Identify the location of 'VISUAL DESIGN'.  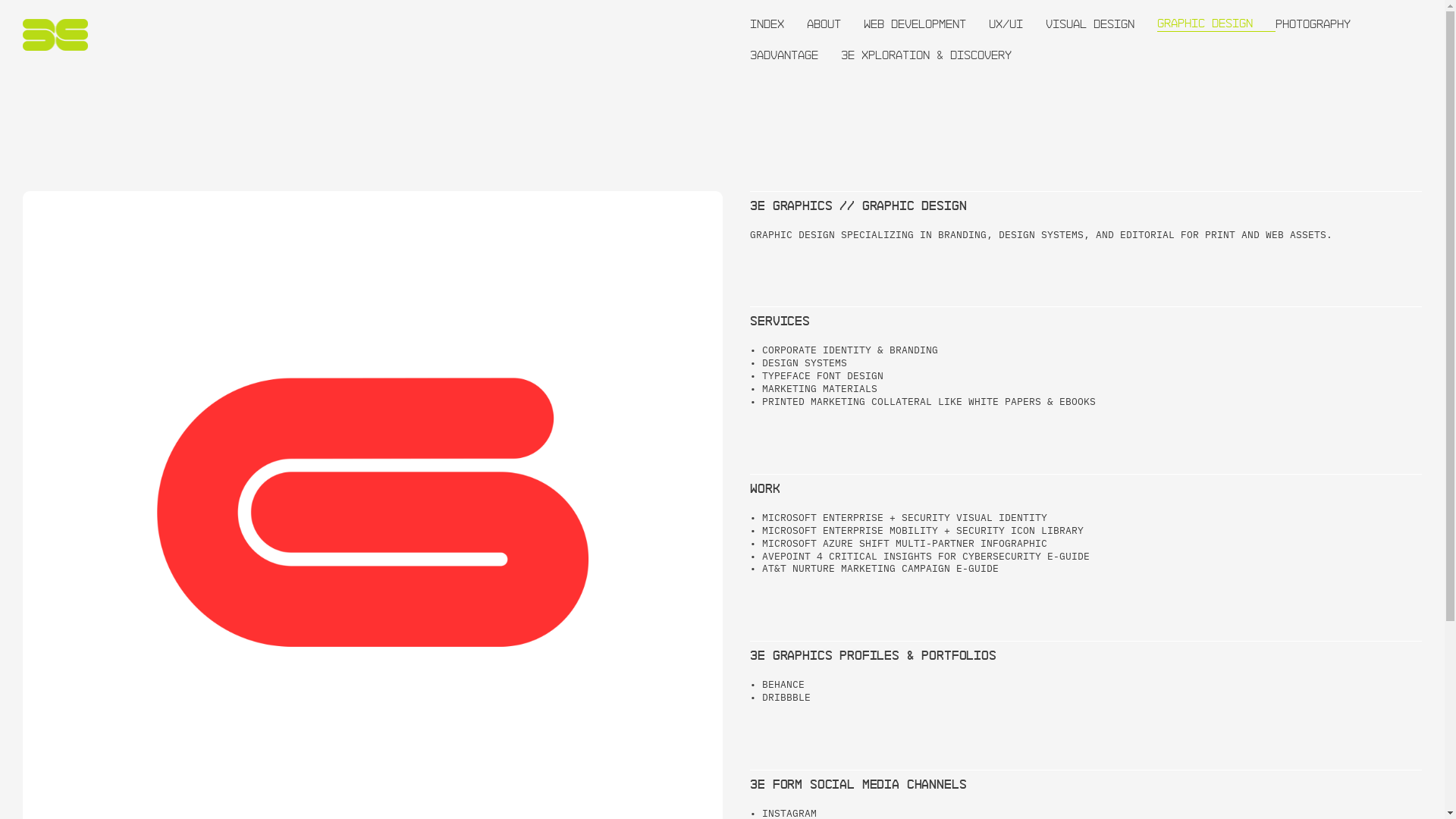
(1101, 15).